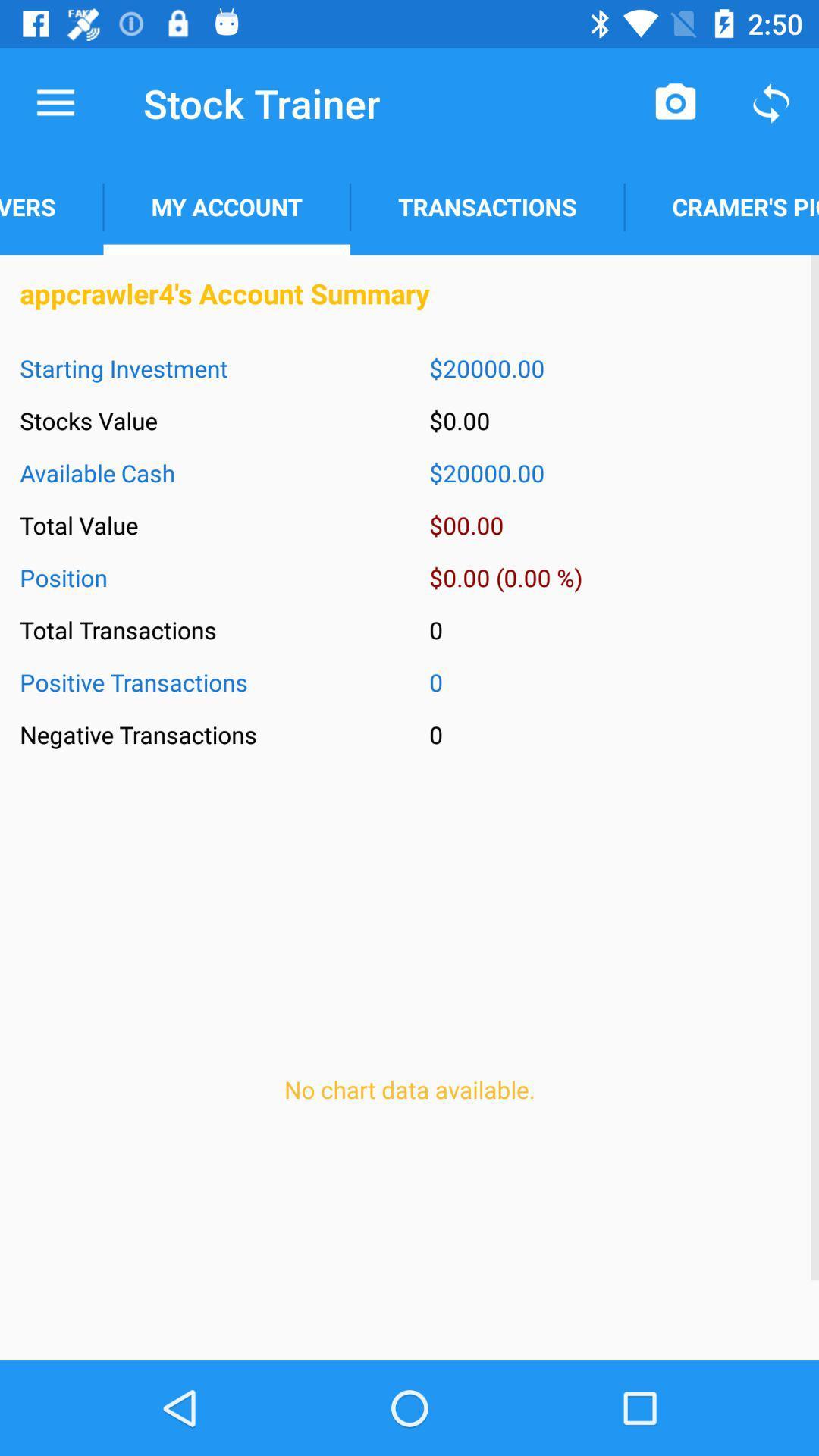  I want to click on the app above transactions app, so click(675, 102).